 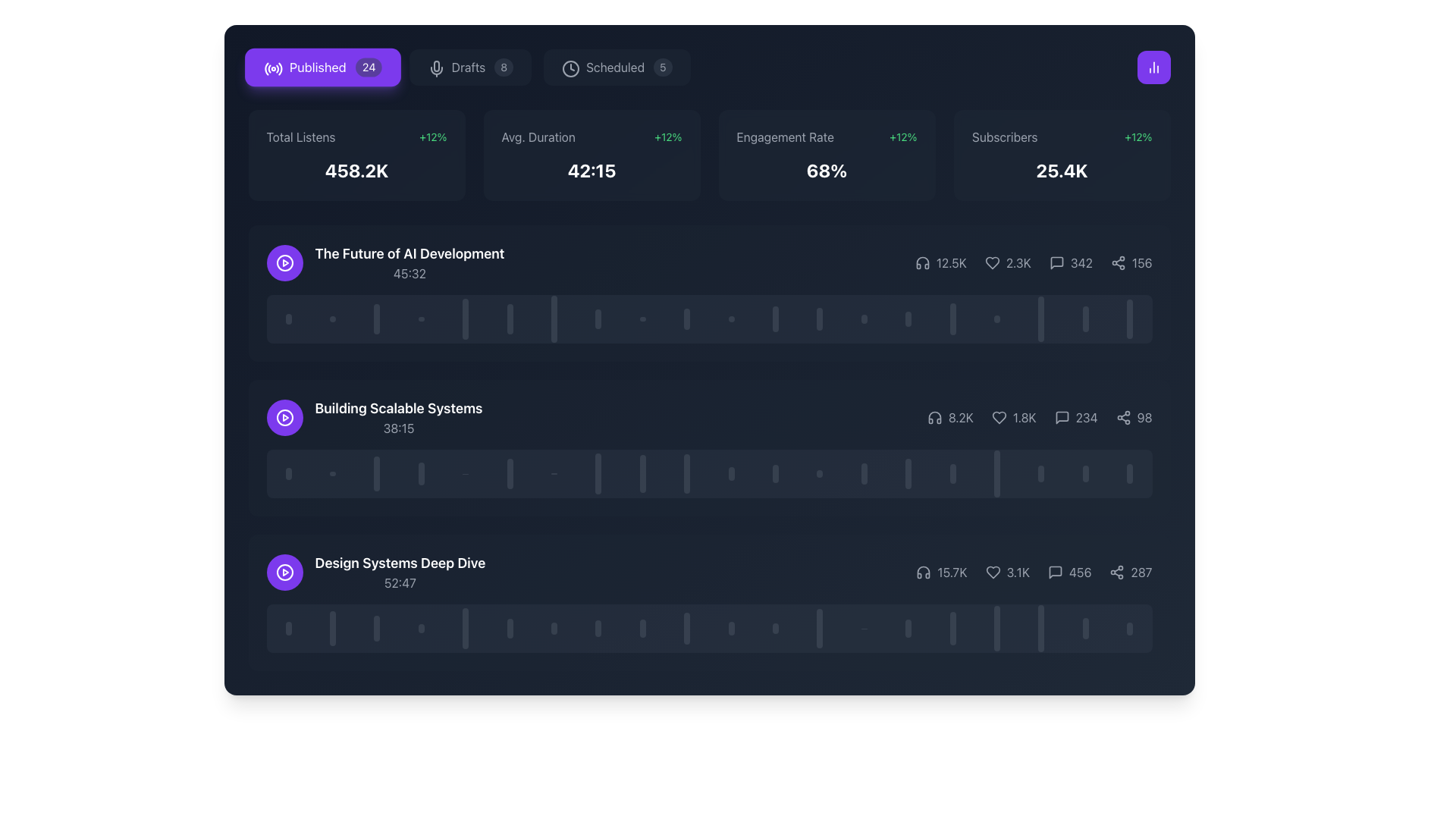 I want to click on the Progress Indicator Bar, which is part of a series of vertically aligned bars, positioned centrally among its siblings, so click(x=553, y=318).